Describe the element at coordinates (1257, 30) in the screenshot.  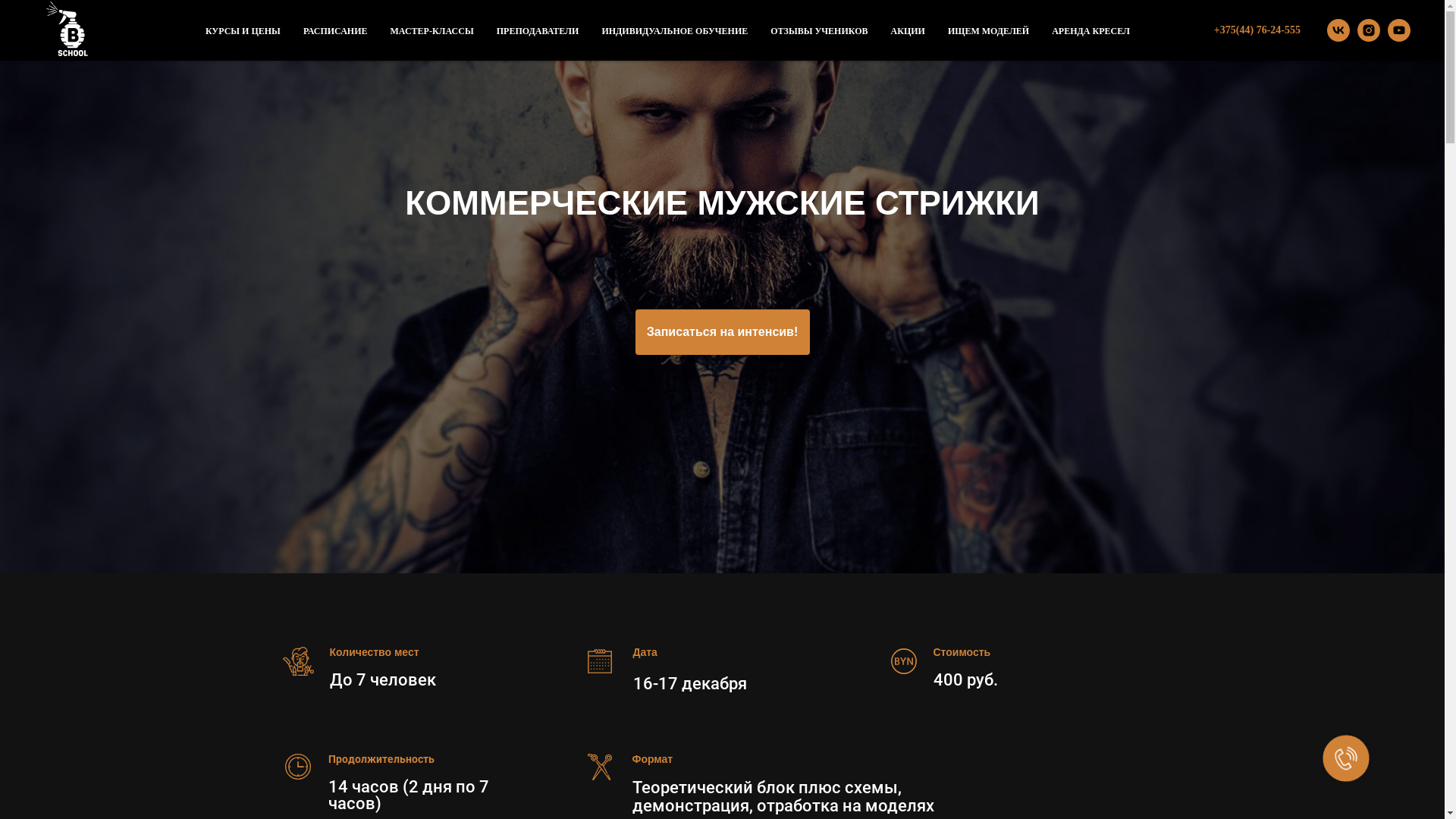
I see `'+375(44) 76-24-555'` at that location.